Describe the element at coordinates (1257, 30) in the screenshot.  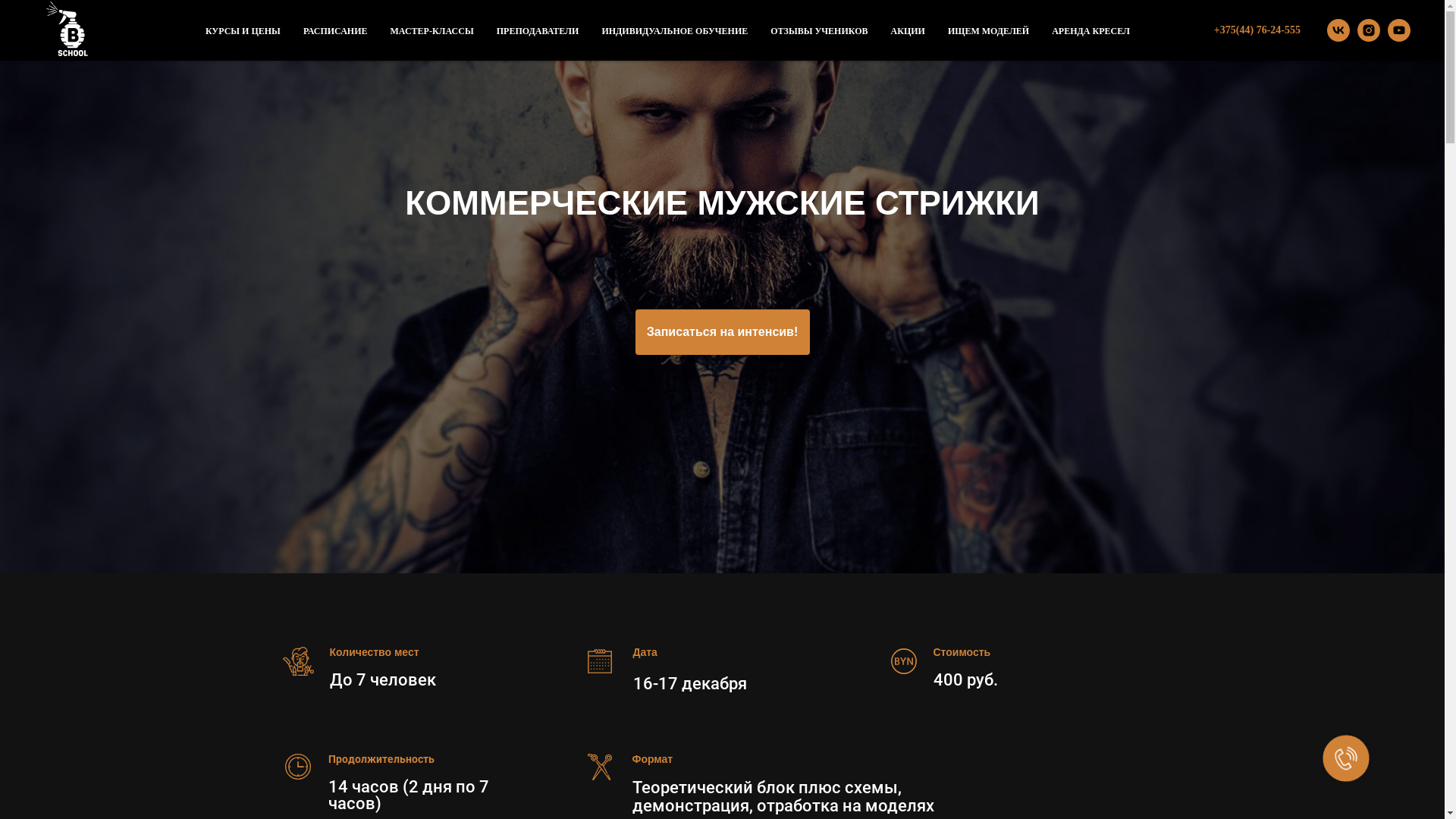
I see `'+375(44) 76-24-555'` at that location.